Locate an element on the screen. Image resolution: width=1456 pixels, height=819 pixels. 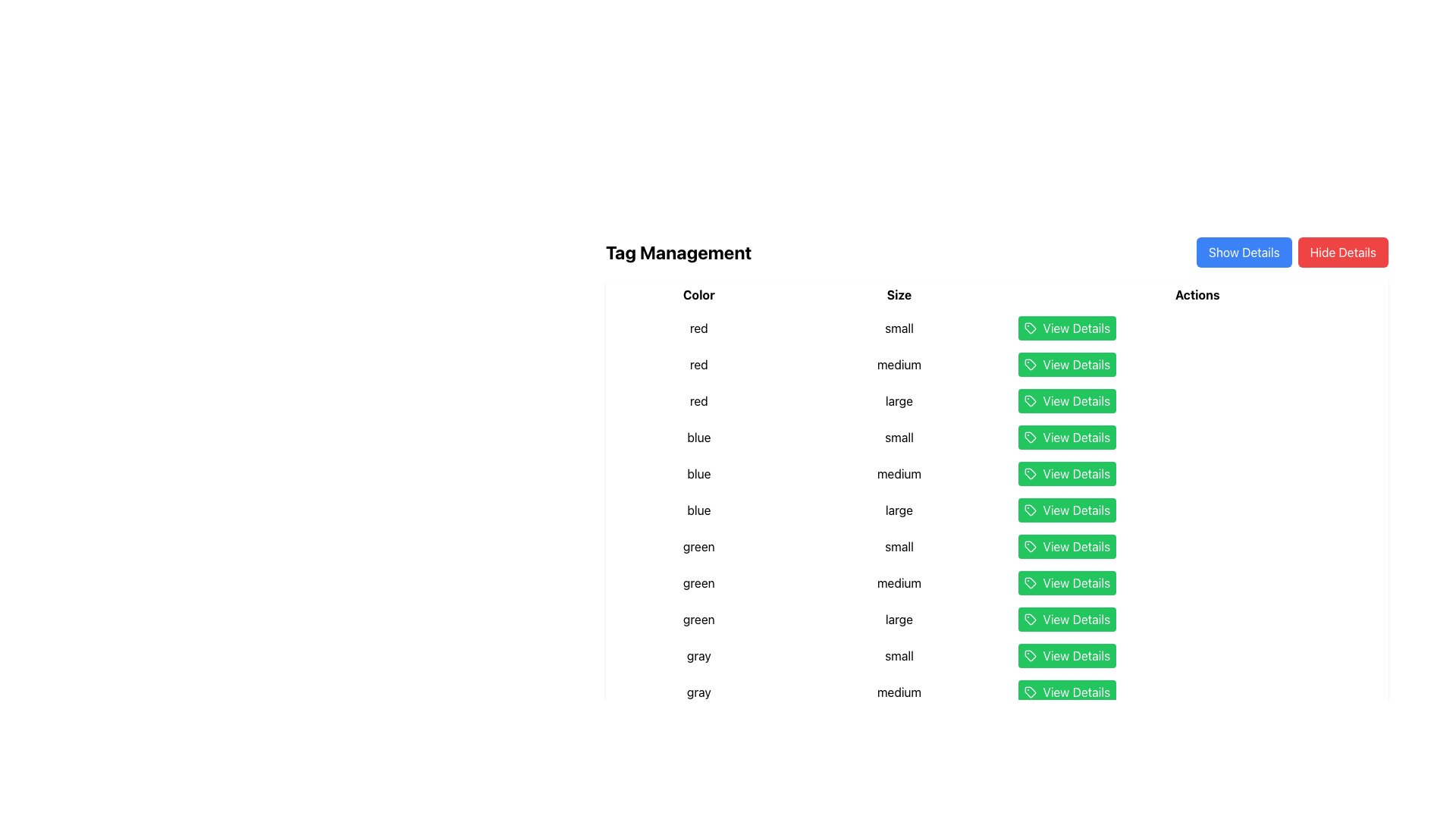
the 'View Details' button located in the second row under the 'blue' color category in the table is located at coordinates (997, 472).